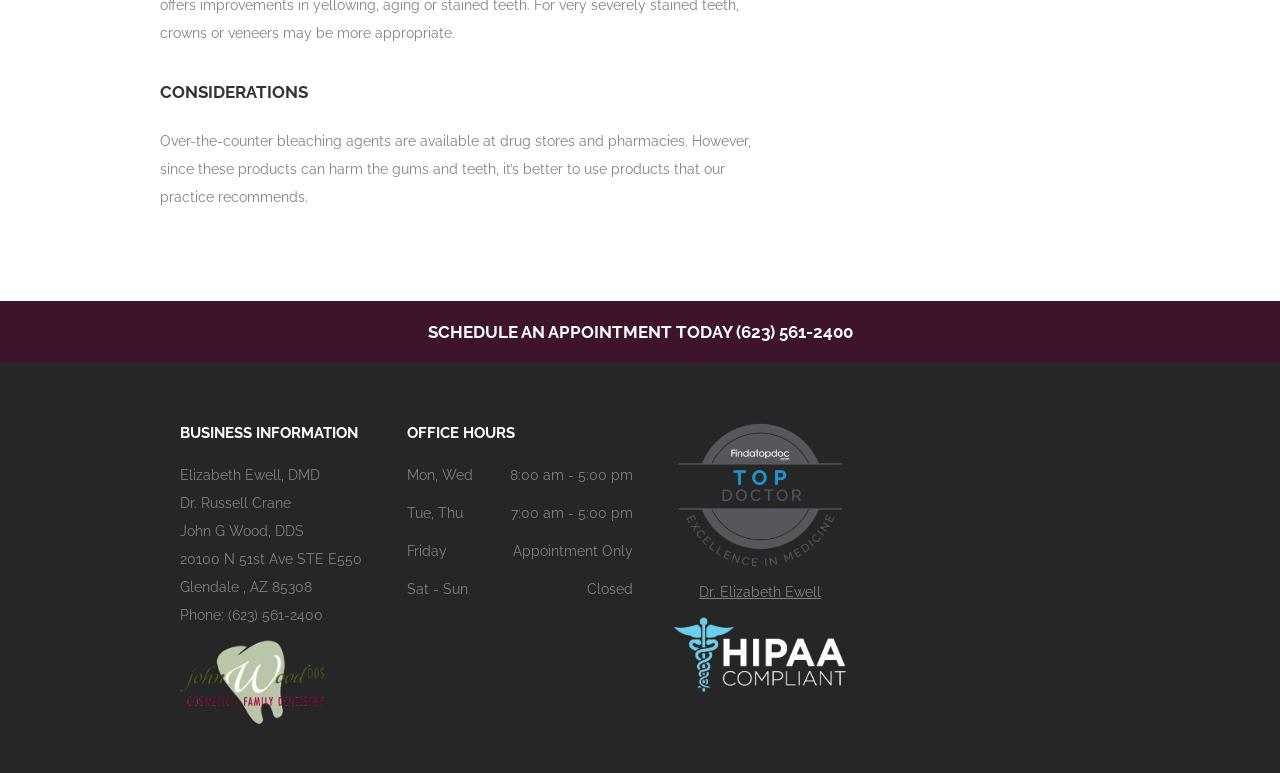  What do you see at coordinates (608, 588) in the screenshot?
I see `'Closed'` at bounding box center [608, 588].